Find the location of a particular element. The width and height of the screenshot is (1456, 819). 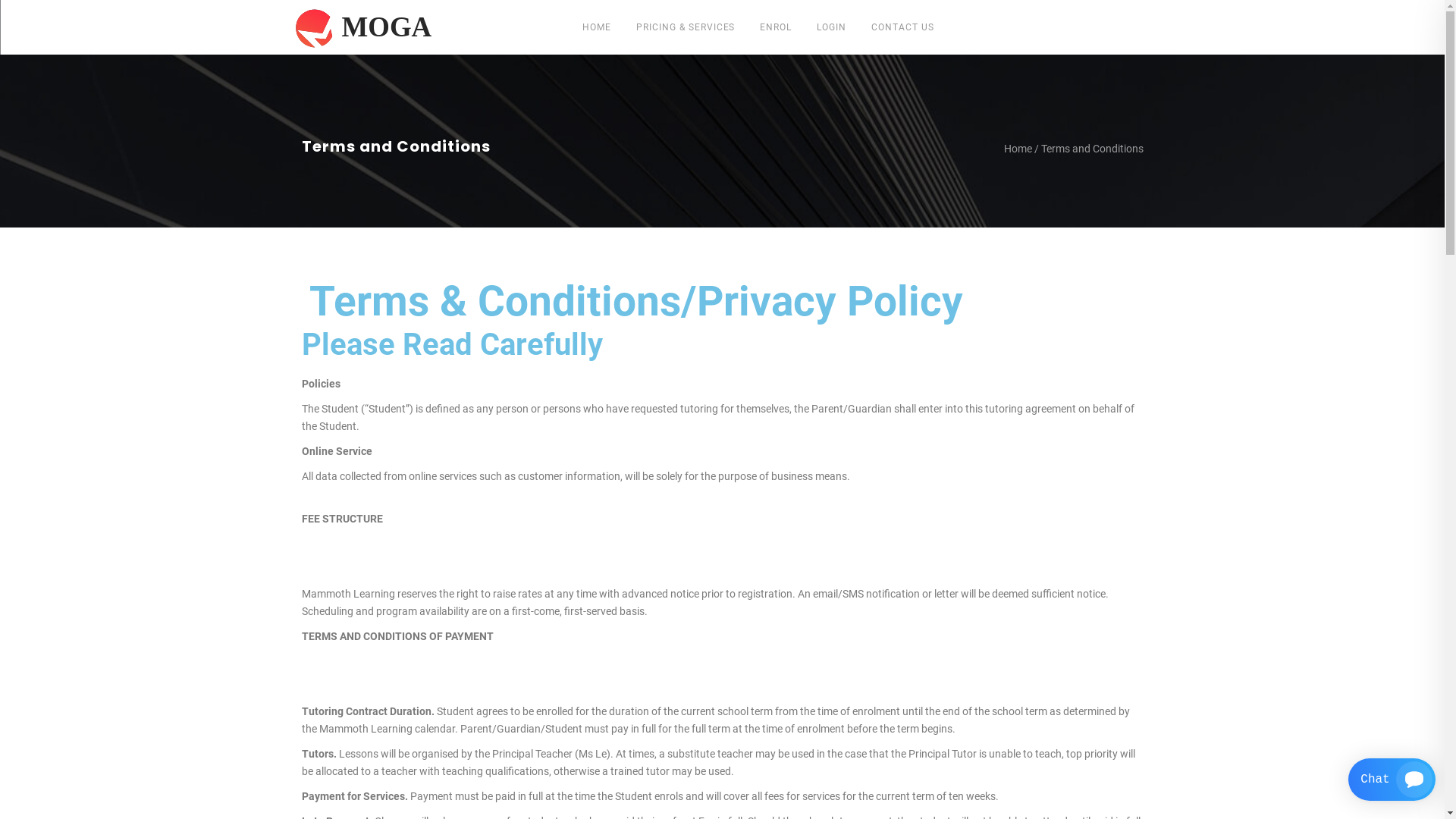

'Home' is located at coordinates (1018, 149).